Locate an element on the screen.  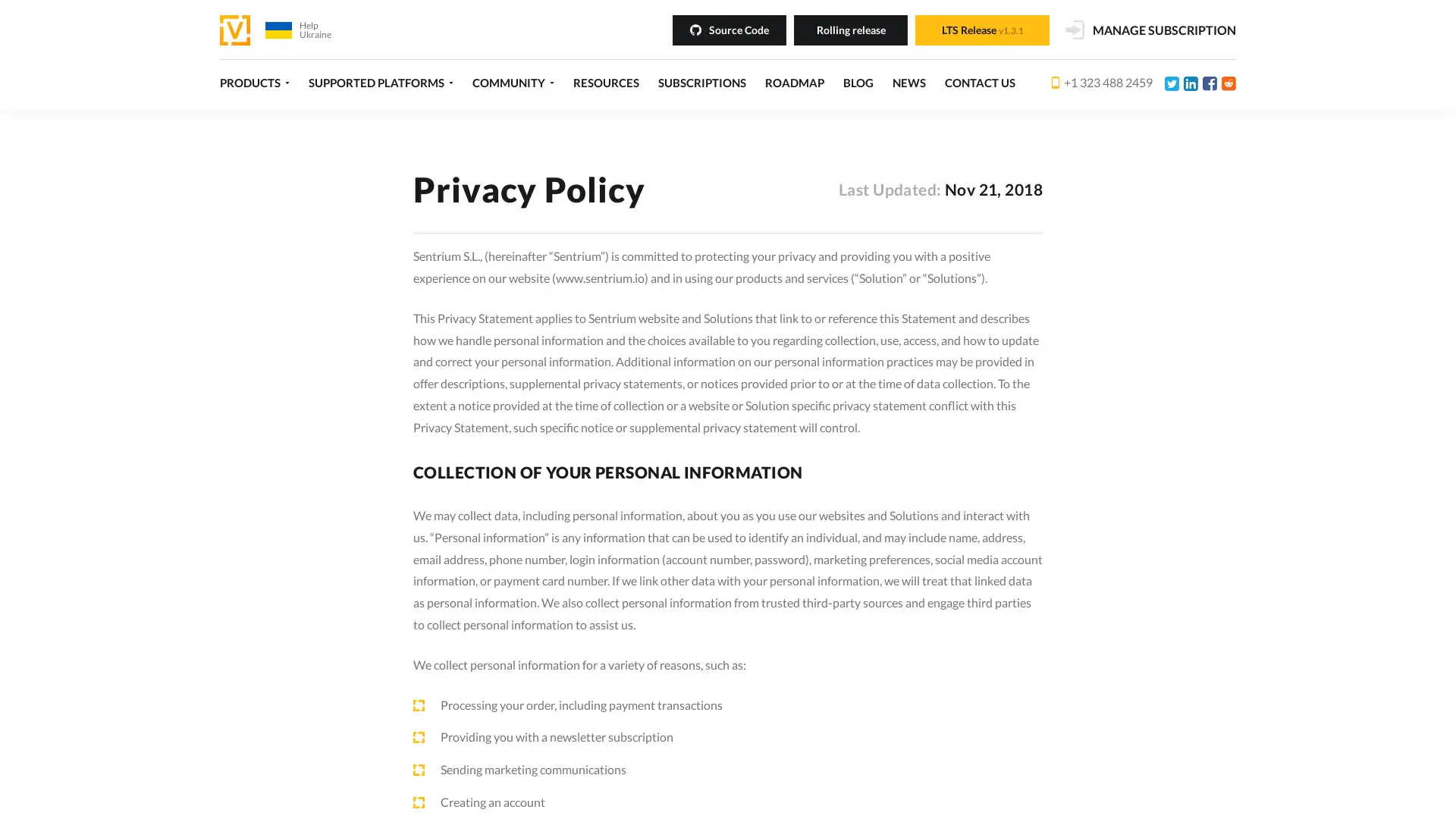
Decline is located at coordinates (1003, 783).